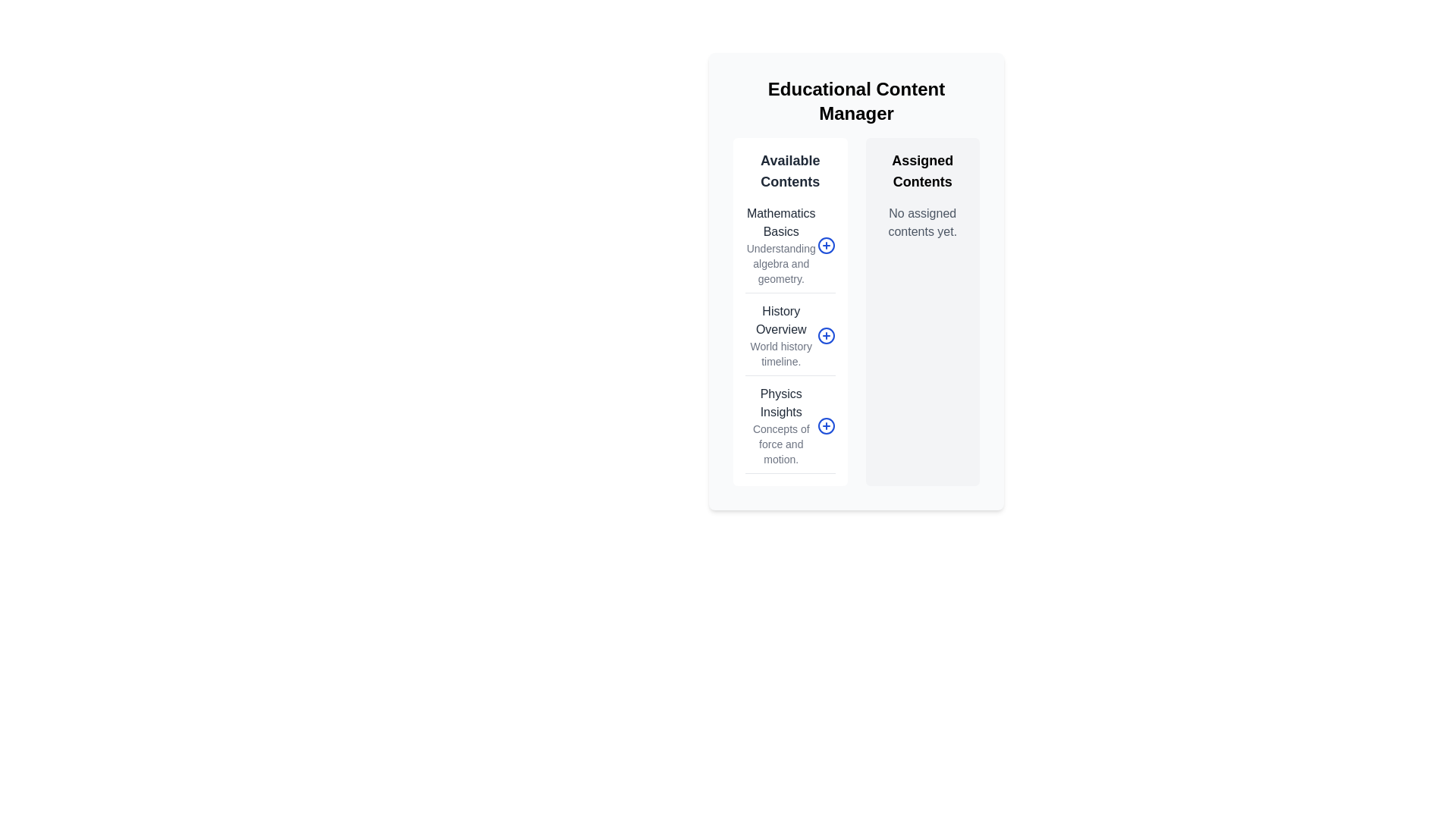 The image size is (1456, 819). I want to click on the informational text label element located beneath the 'Mathematics Basics' title in the 'Available Contents' column, so click(781, 262).